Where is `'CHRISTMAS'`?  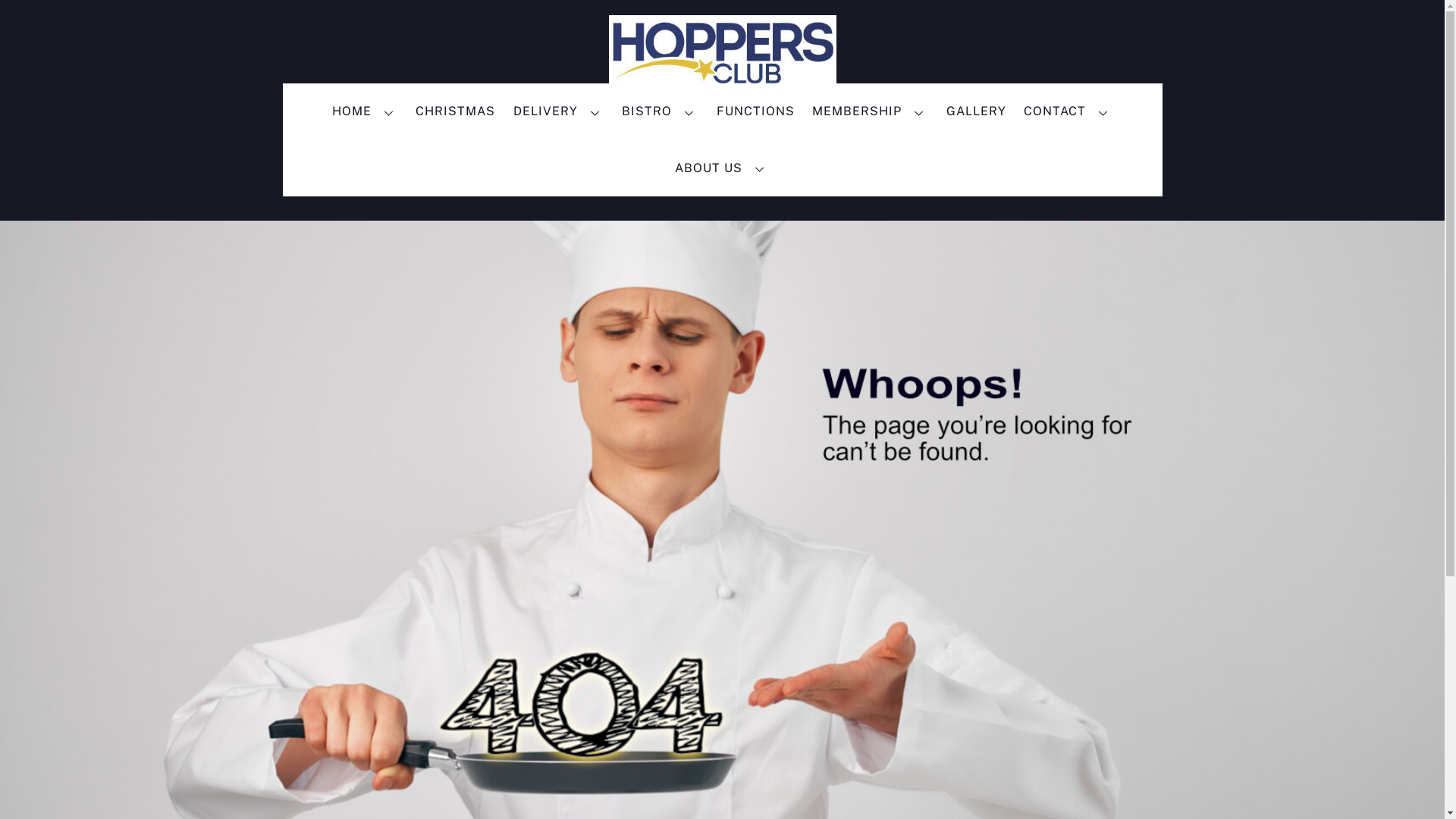
'CHRISTMAS' is located at coordinates (408, 110).